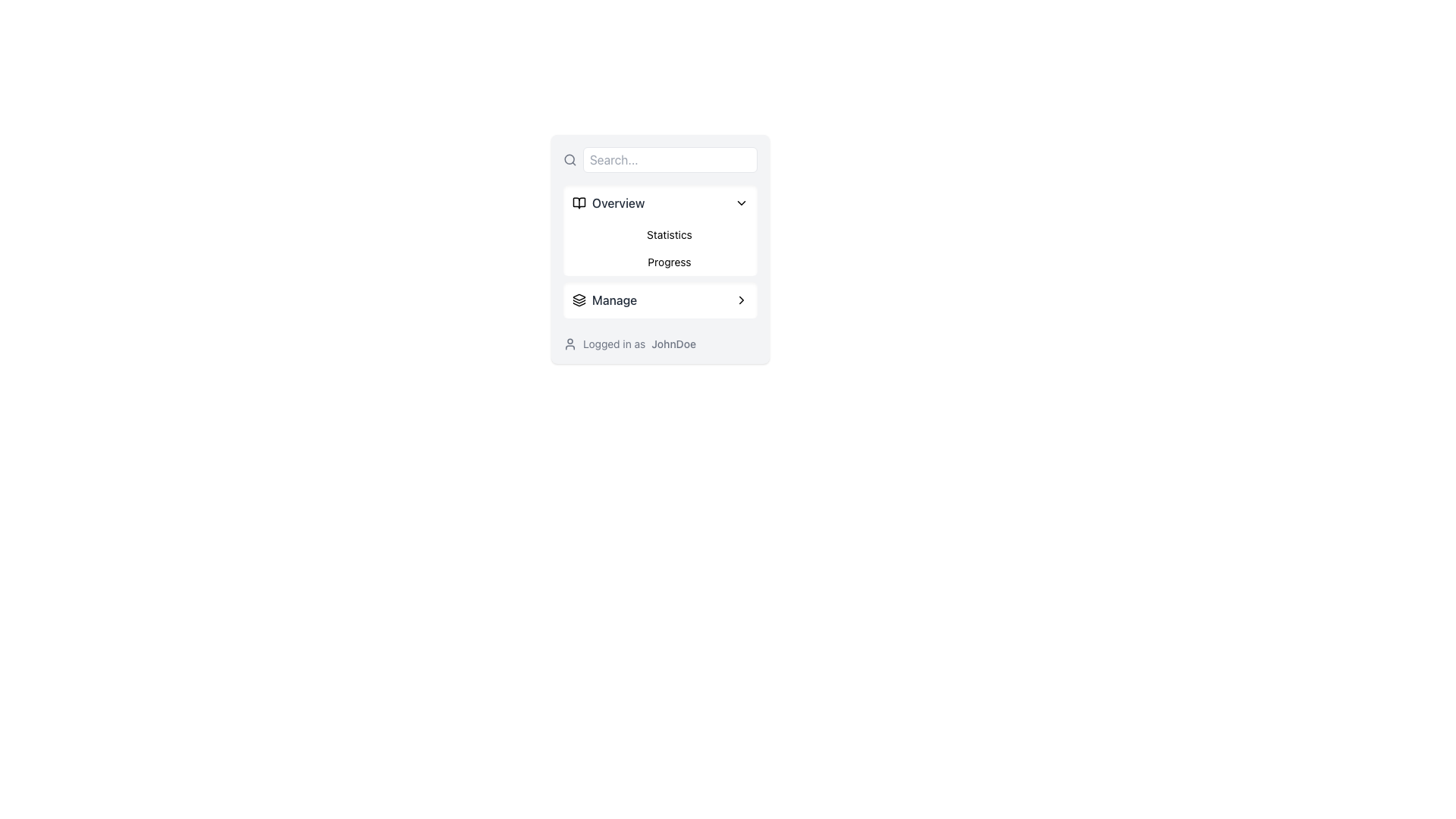 The height and width of the screenshot is (819, 1456). Describe the element at coordinates (660, 344) in the screenshot. I see `the Text label displaying the username 'JohnDoe' located at the bottom of the sidebar beneath the 'Manage' section` at that location.